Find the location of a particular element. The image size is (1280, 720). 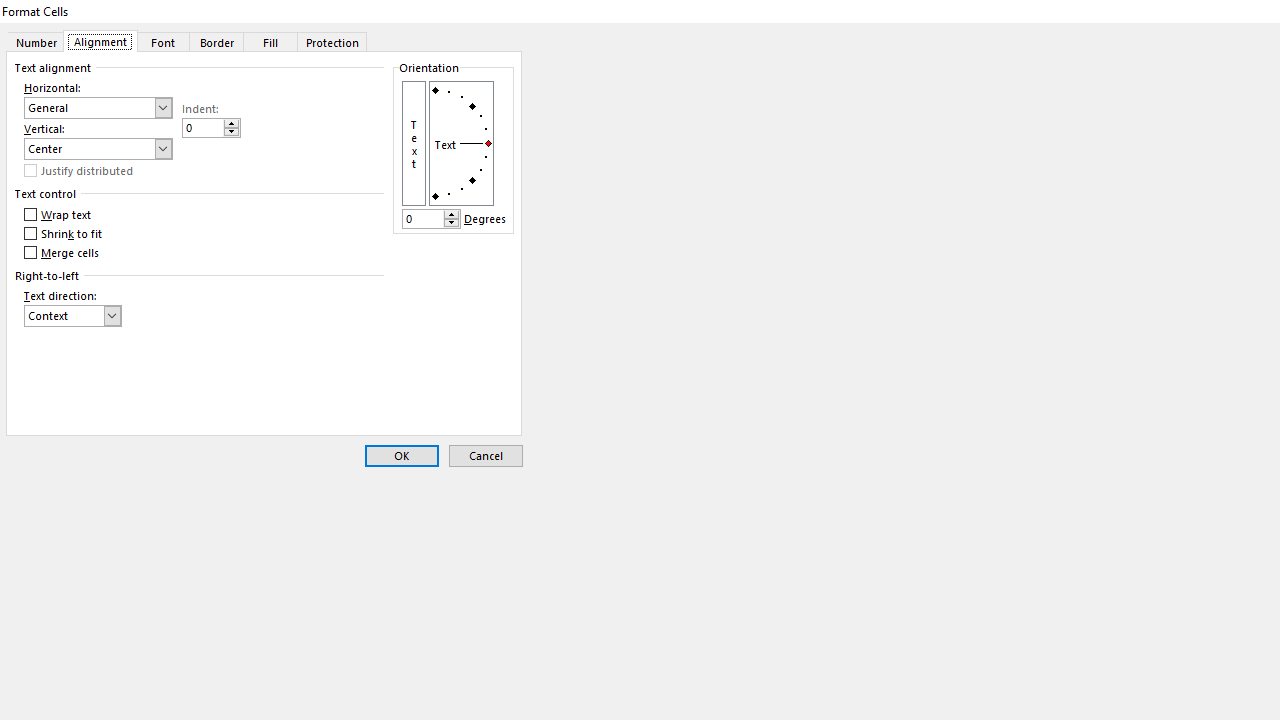

'Shrink to fit' is located at coordinates (64, 233).